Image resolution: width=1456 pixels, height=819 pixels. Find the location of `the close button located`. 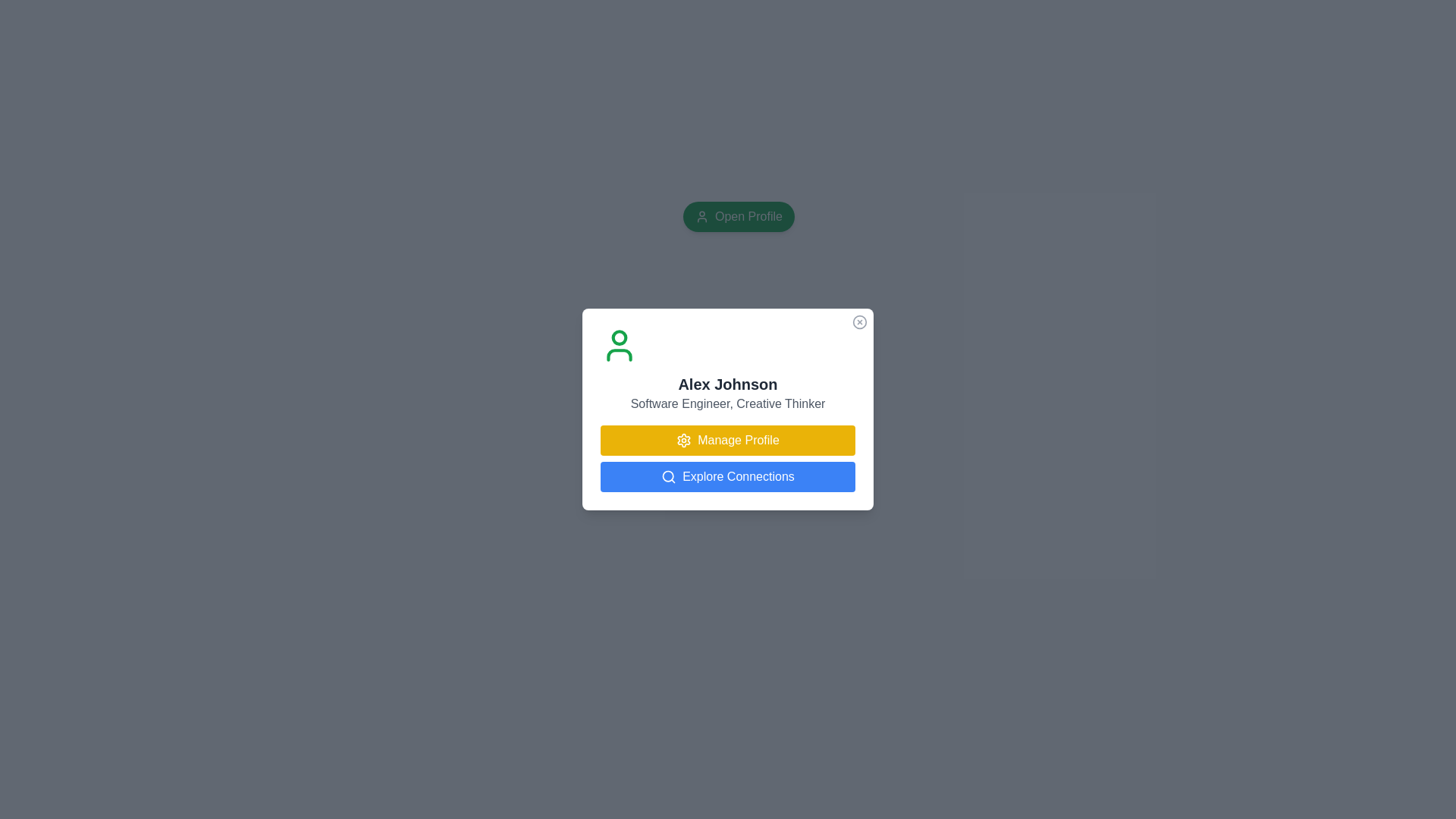

the close button located is located at coordinates (859, 321).